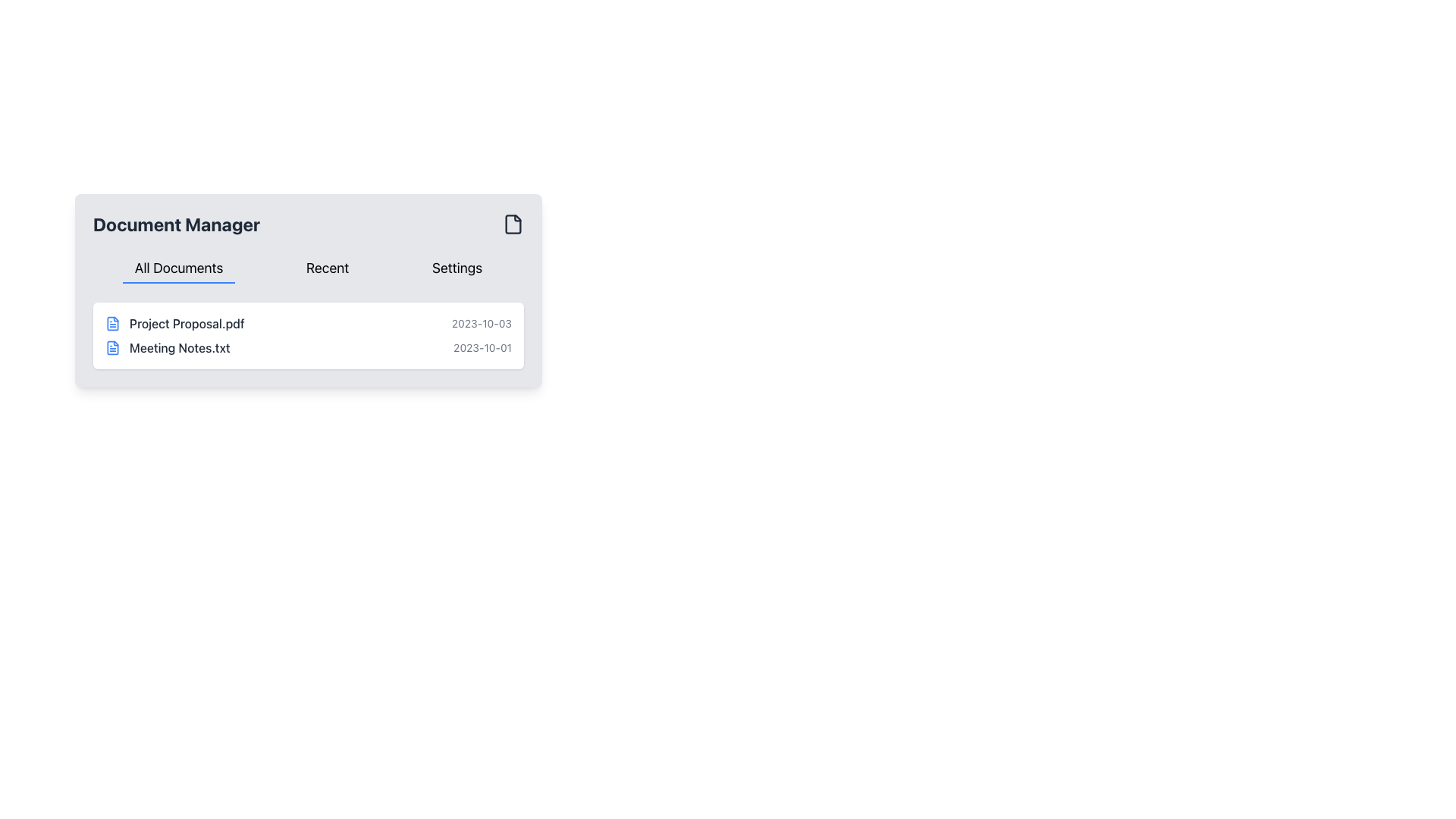 This screenshot has width=1456, height=819. Describe the element at coordinates (111, 323) in the screenshot. I see `the small-sized blue document file icon located as the first item in the 'Document Manager' panel` at that location.